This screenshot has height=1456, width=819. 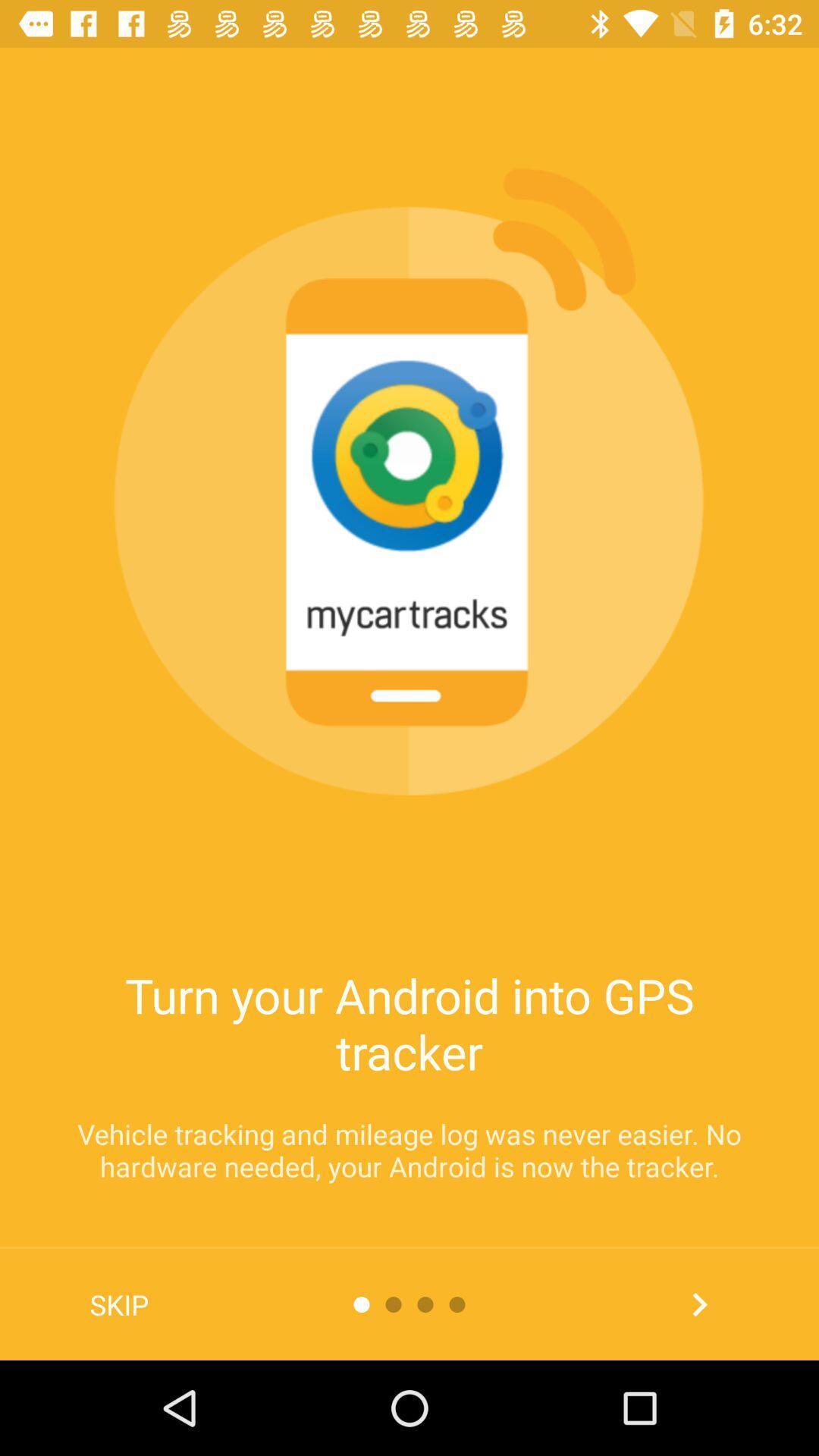 I want to click on skip, so click(x=118, y=1304).